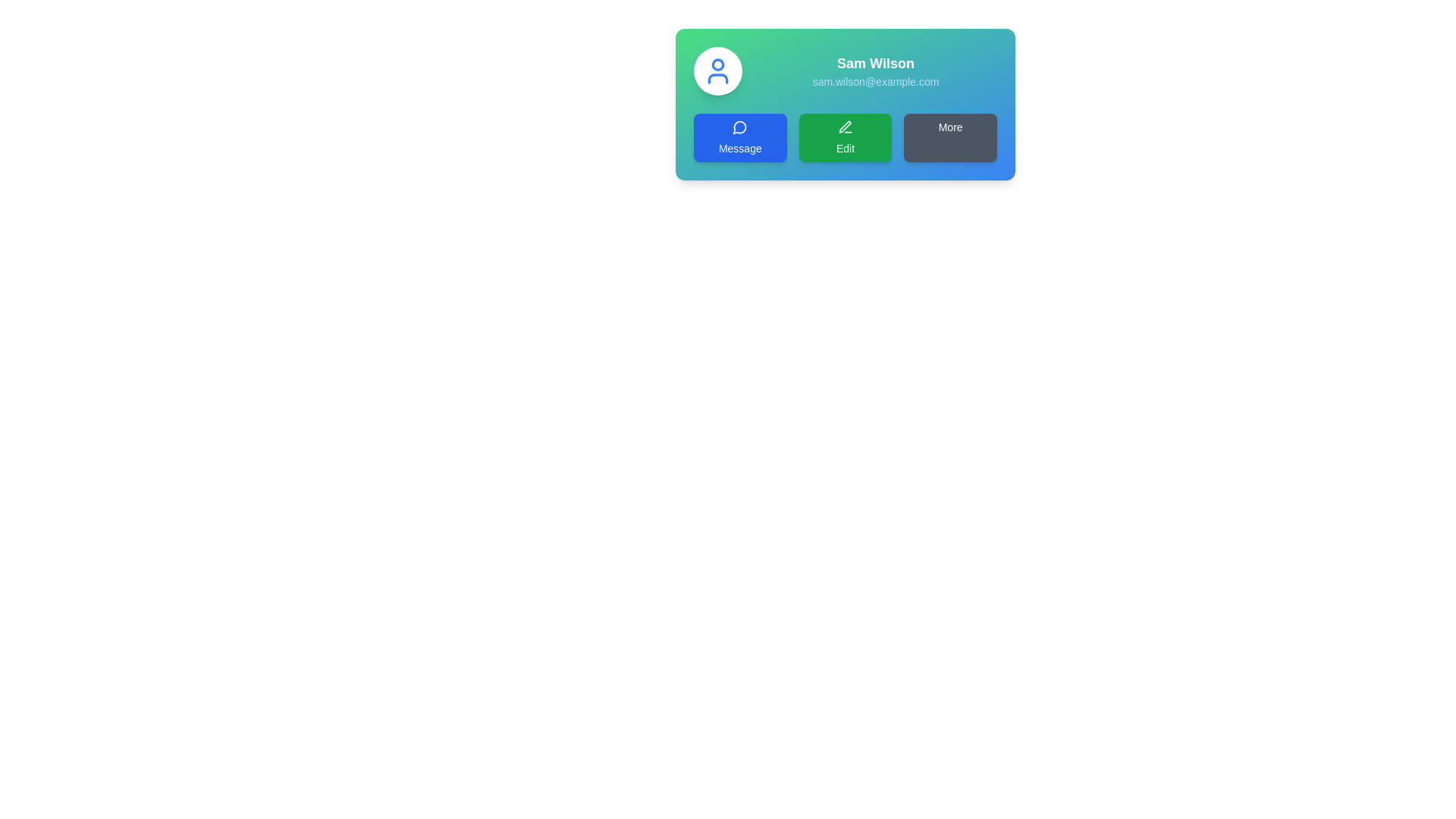  I want to click on text 'More' from the dark rectangular button aligned to the right in the horizontal row of buttons below the user information on the card, so click(949, 127).